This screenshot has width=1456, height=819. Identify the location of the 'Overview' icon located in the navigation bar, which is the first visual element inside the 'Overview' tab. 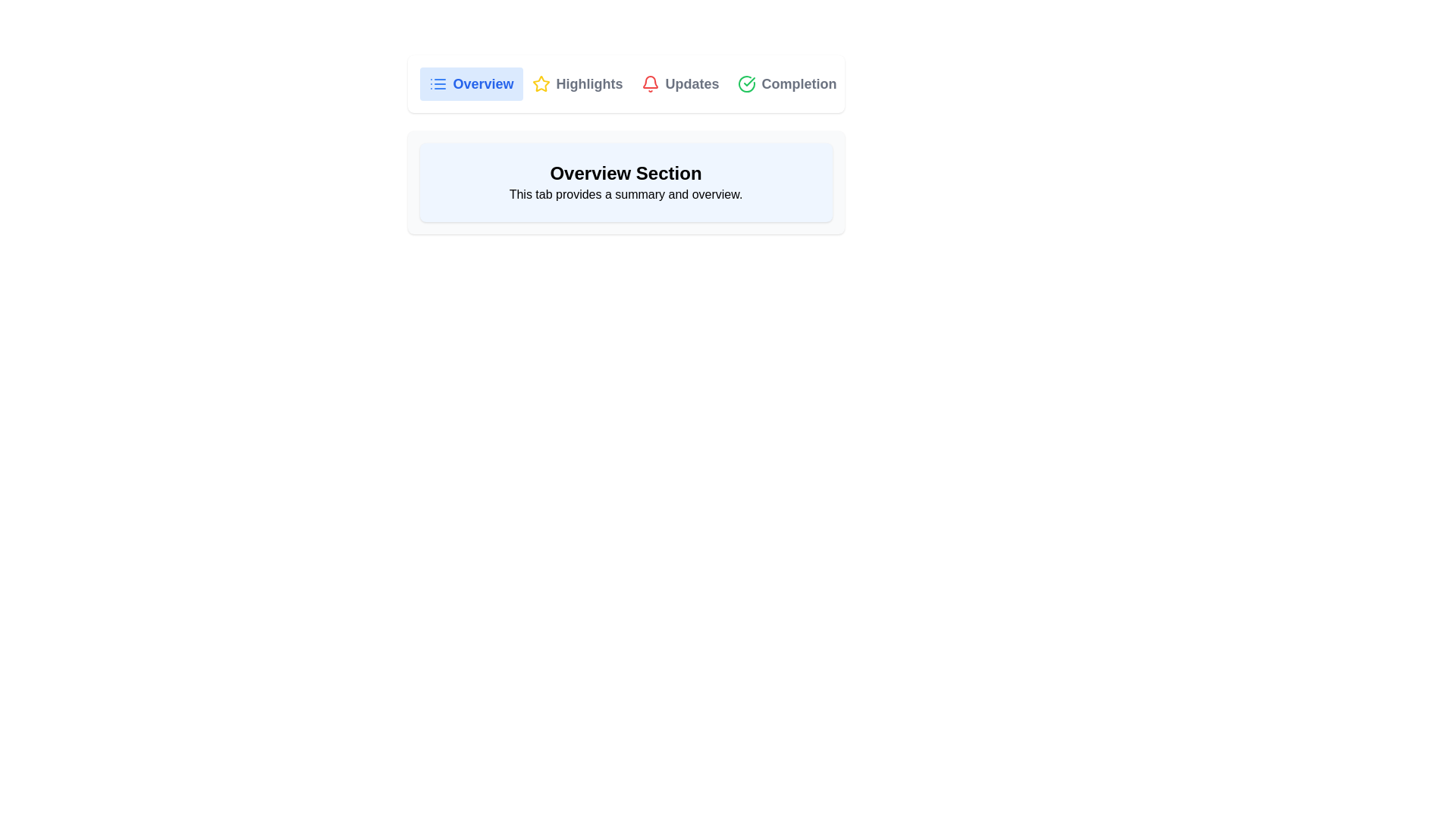
(437, 84).